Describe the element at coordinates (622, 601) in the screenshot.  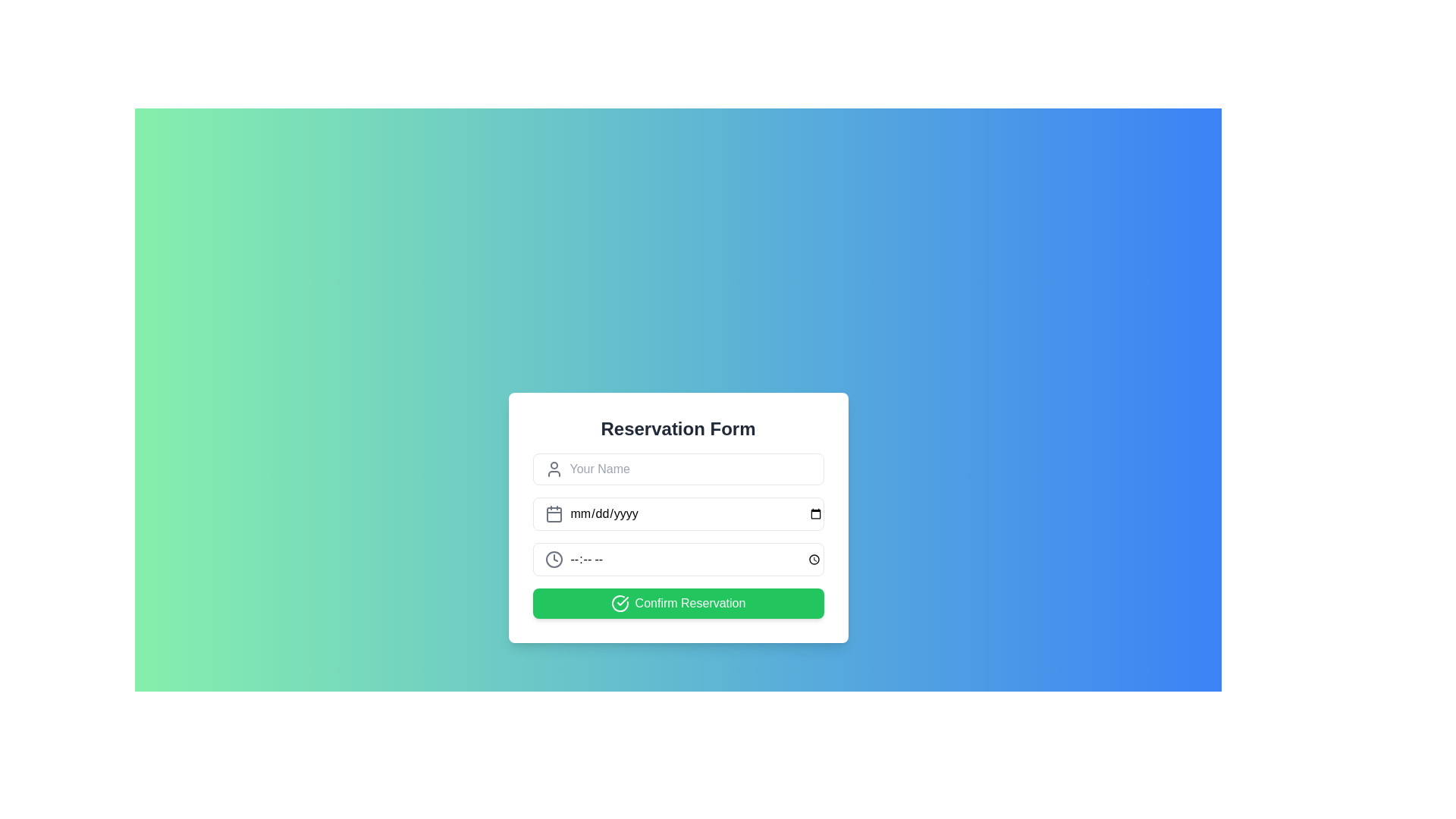
I see `the graphical checkmark icon positioned within a circle, which is part of the confirmation button labeled 'Confirm Reservation'` at that location.